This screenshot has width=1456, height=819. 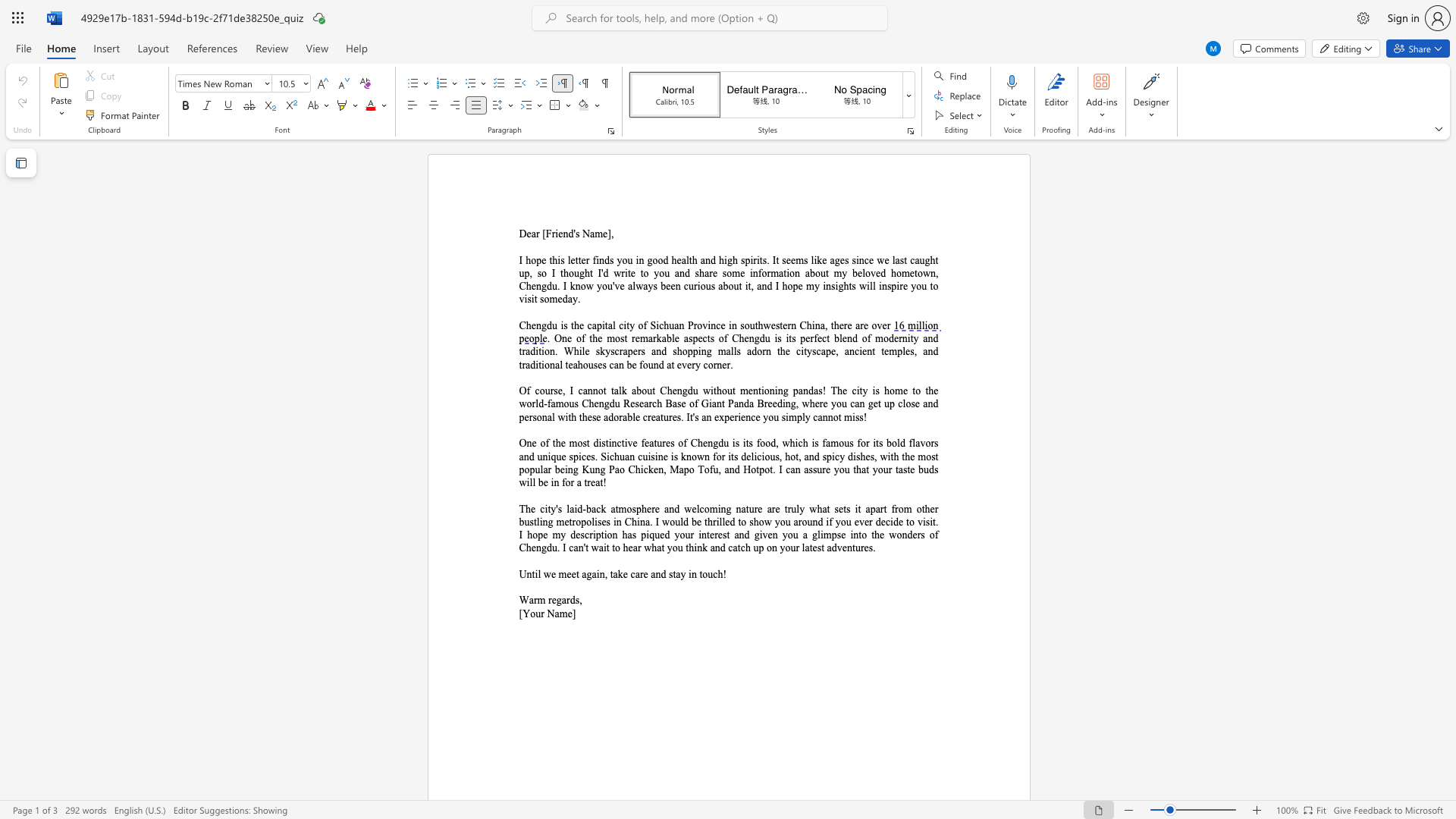 I want to click on the subset text "arm regards" within the text "Warm regards,", so click(x=529, y=599).